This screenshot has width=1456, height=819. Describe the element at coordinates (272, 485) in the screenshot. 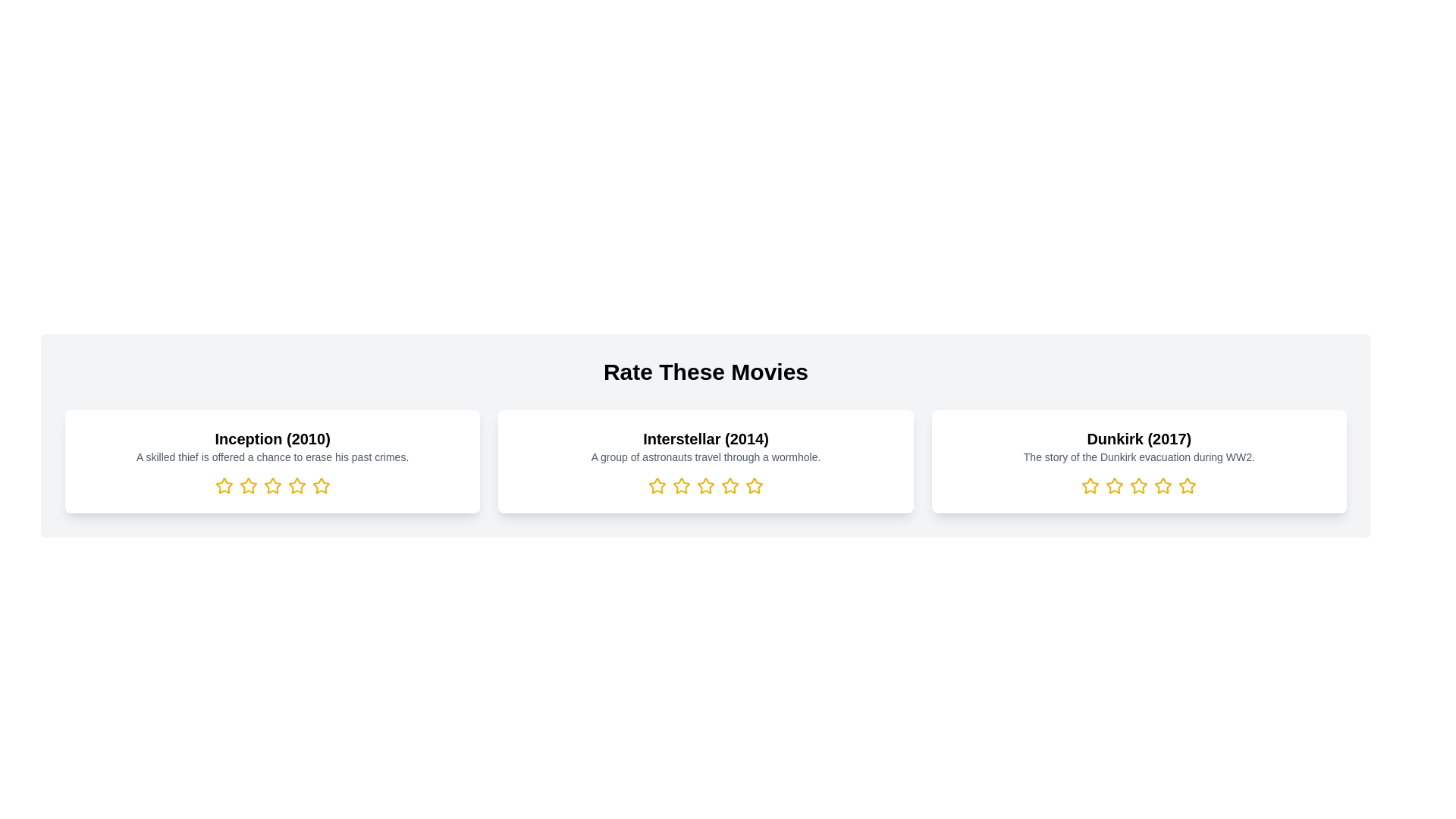

I see `the rating for a movie to 3 stars` at that location.